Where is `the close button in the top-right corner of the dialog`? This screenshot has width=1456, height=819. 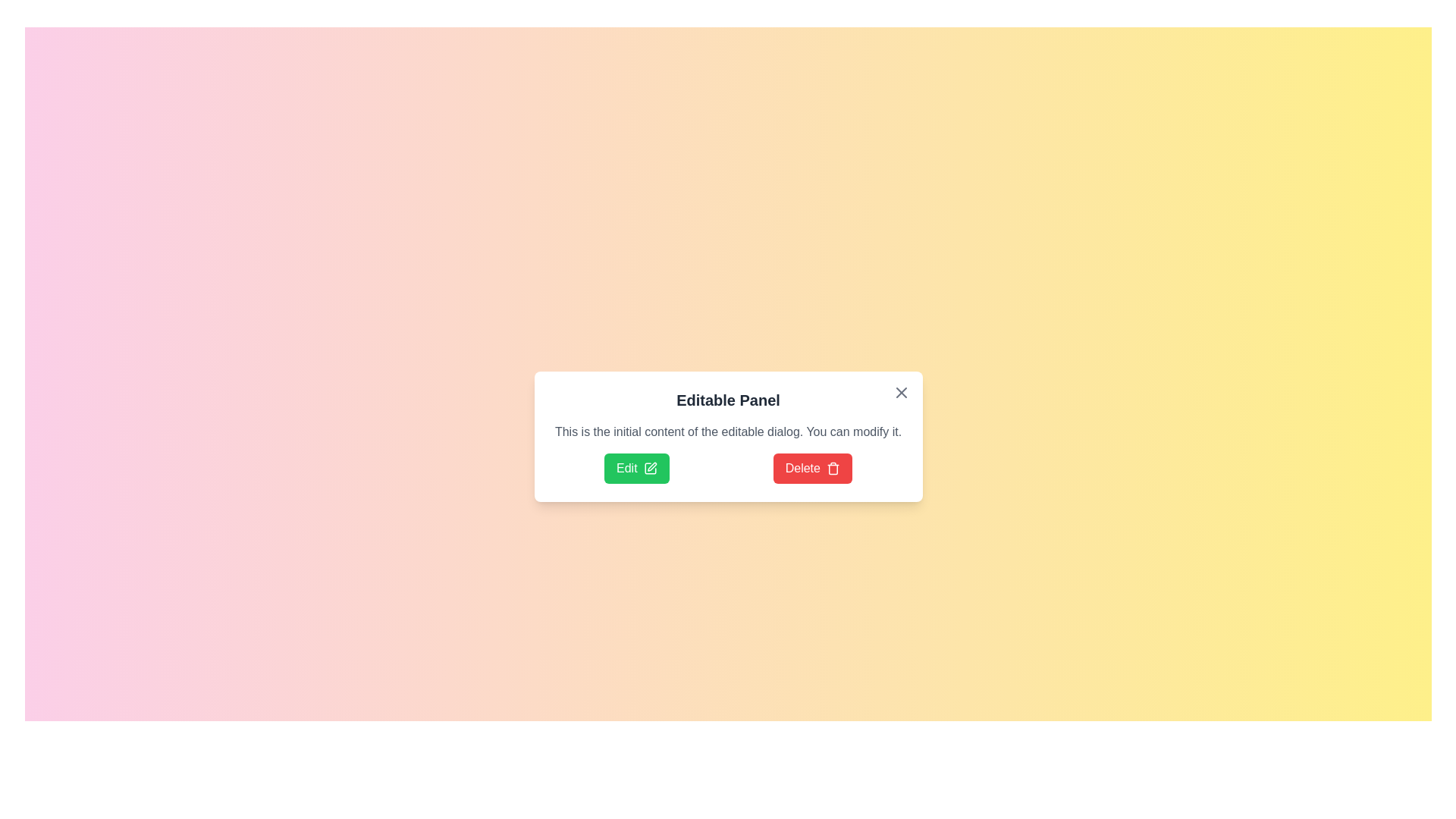
the close button in the top-right corner of the dialog is located at coordinates (901, 391).